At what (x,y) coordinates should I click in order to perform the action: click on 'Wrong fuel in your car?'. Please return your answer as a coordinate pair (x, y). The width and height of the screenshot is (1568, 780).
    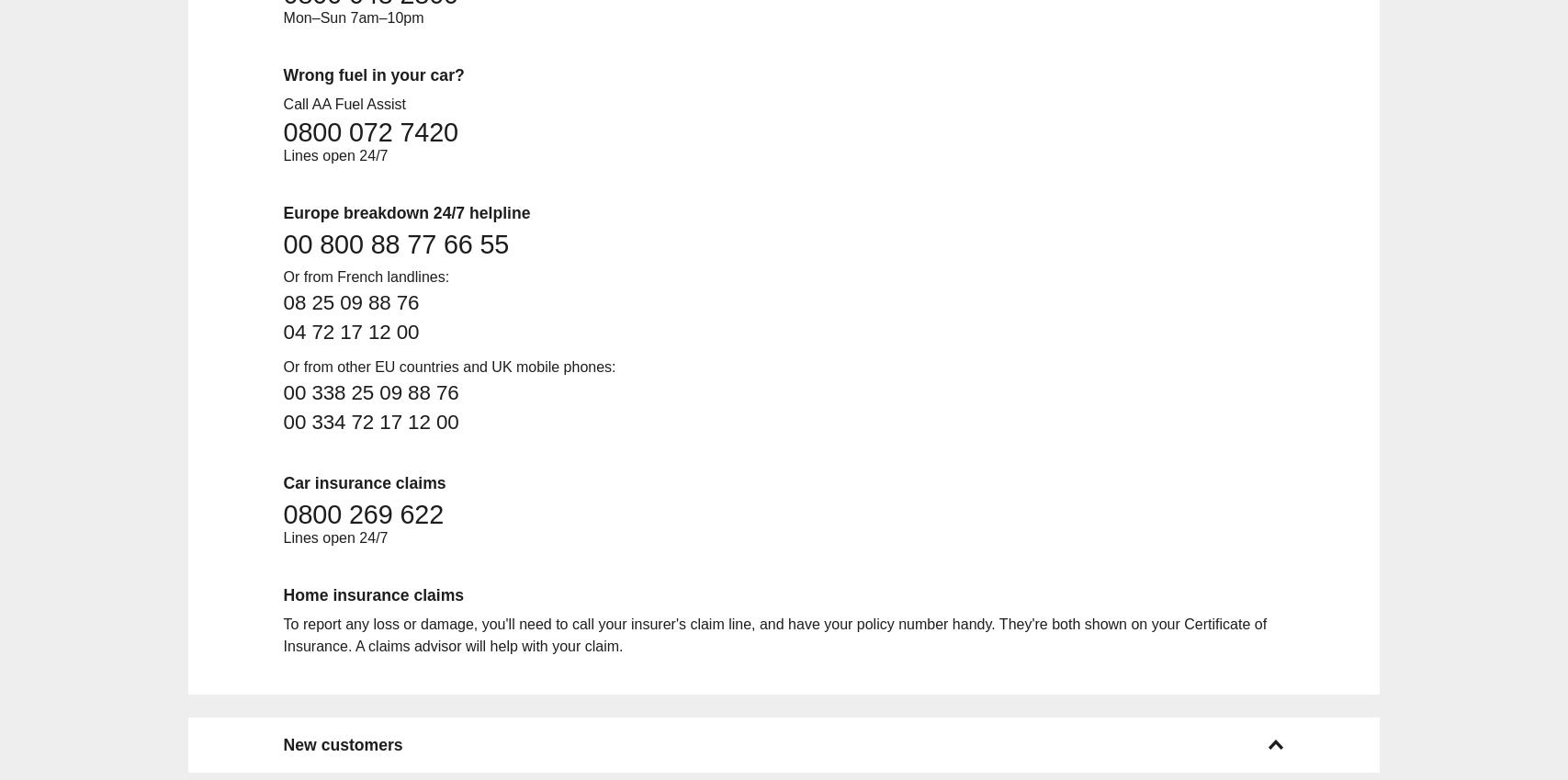
    Looking at the image, I should click on (373, 73).